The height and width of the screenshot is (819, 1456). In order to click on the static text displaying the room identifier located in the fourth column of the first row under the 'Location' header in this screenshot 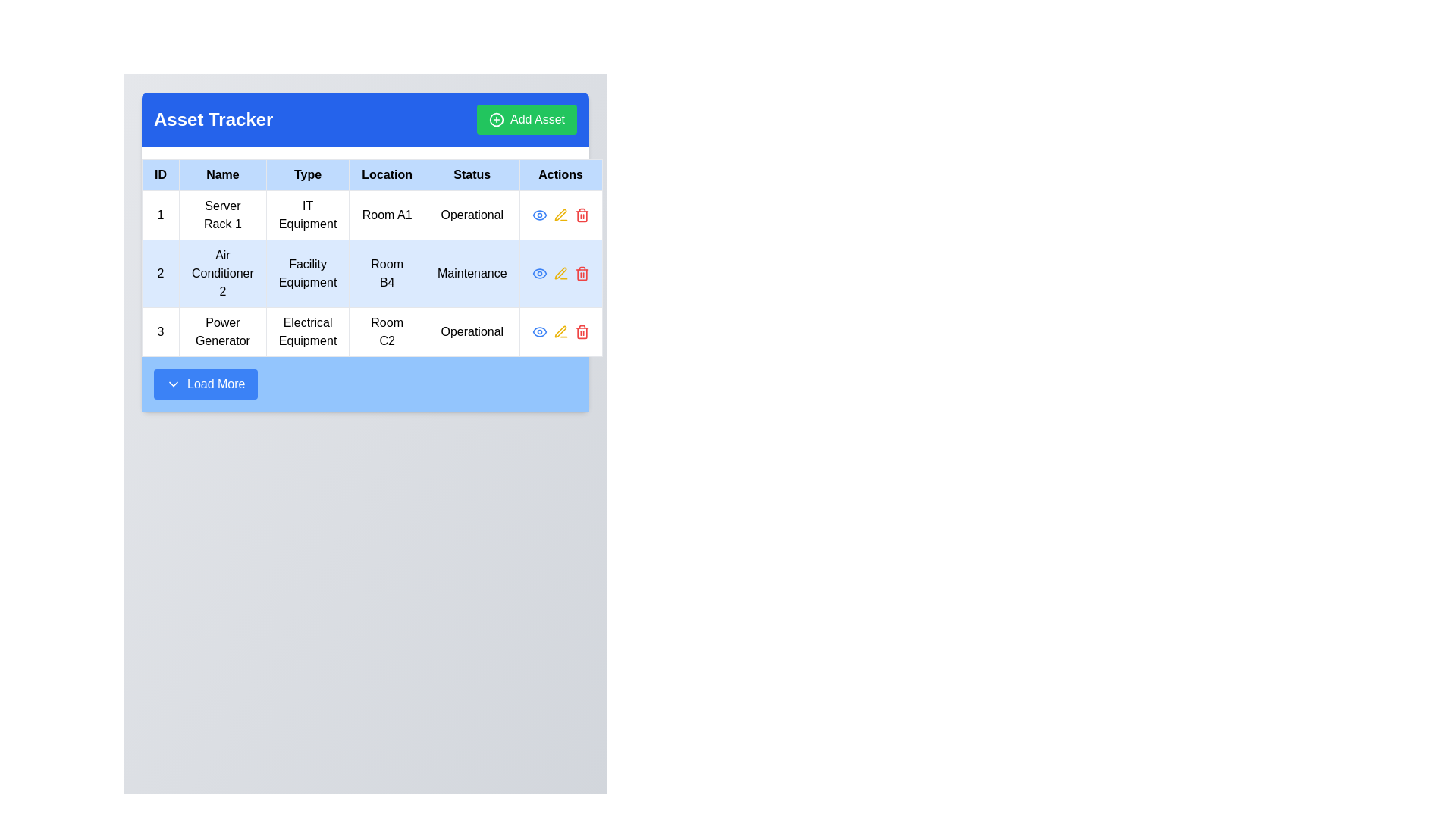, I will do `click(387, 215)`.